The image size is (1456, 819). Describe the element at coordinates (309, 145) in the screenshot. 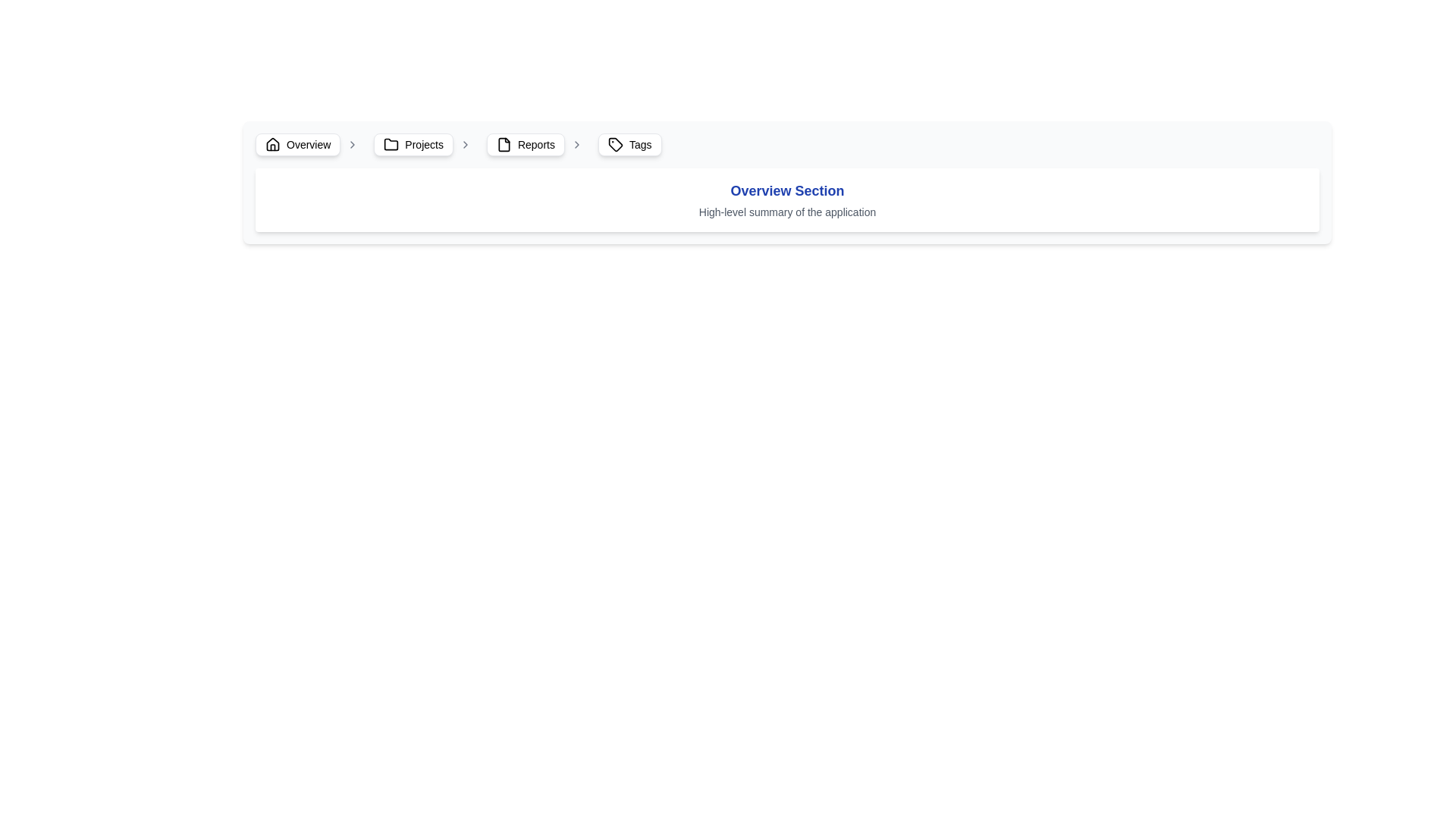

I see `the breadcrumb navigation item with a house icon and the text 'Overview'` at that location.